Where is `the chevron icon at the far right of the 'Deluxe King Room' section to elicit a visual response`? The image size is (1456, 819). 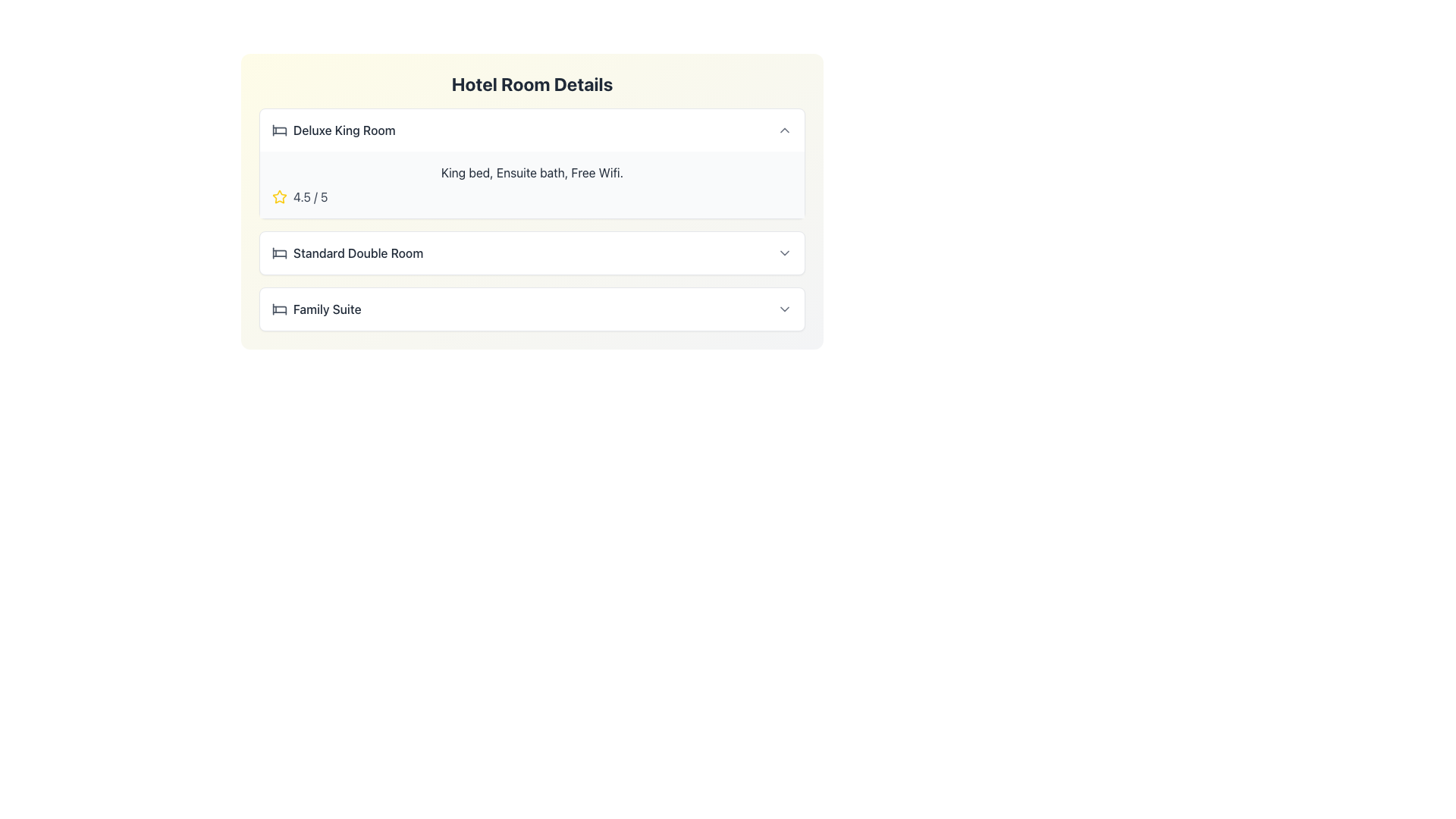
the chevron icon at the far right of the 'Deluxe King Room' section to elicit a visual response is located at coordinates (785, 130).